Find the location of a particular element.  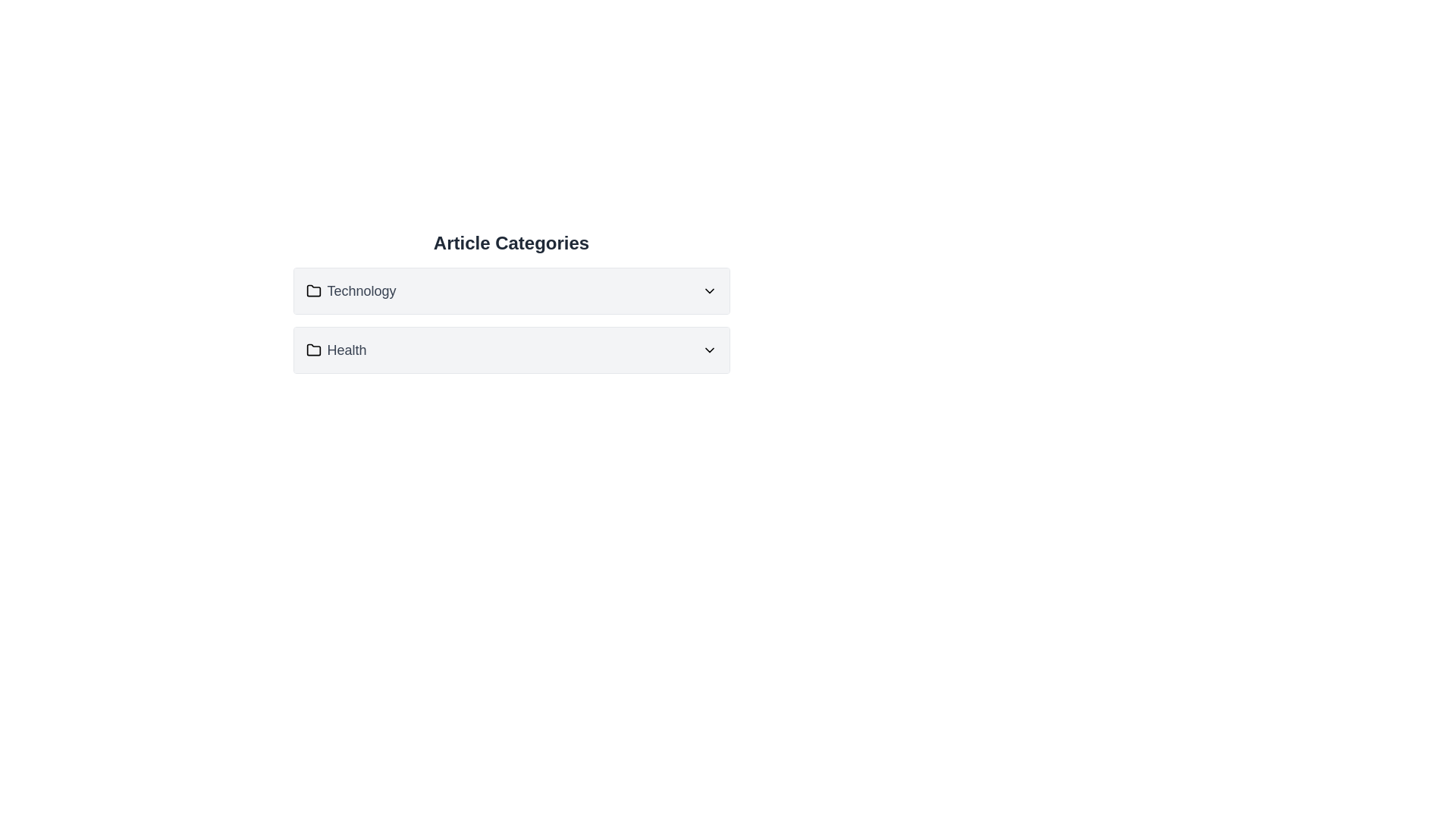

the downward-pointing chevron icon located on the right side of the 'Health' section is located at coordinates (708, 350).